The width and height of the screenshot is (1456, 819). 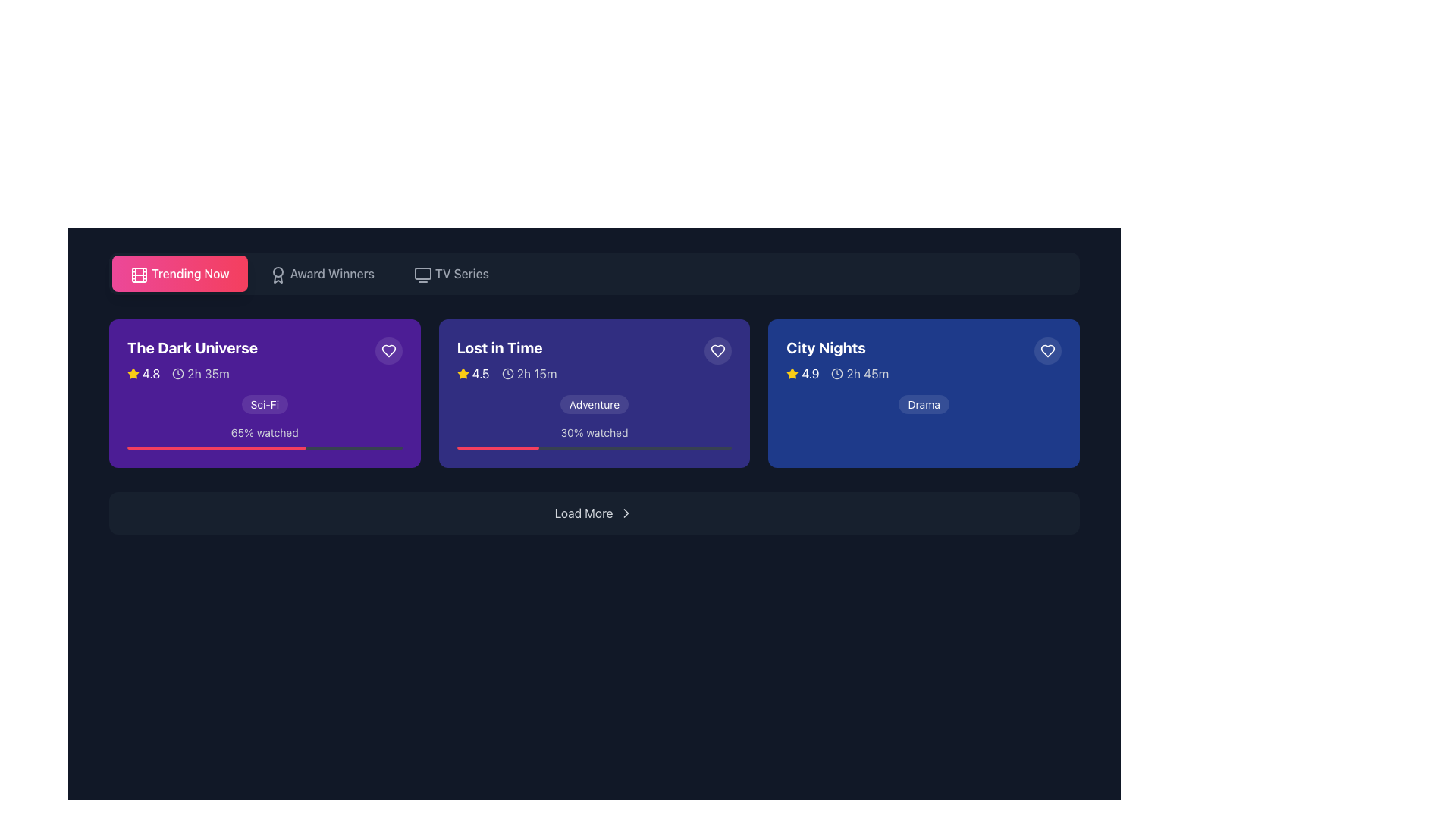 I want to click on the static text 'Lost in Time', which serves as the title for the second card in a horizontal group of three cards, located centrally above other elements, so click(x=500, y=348).